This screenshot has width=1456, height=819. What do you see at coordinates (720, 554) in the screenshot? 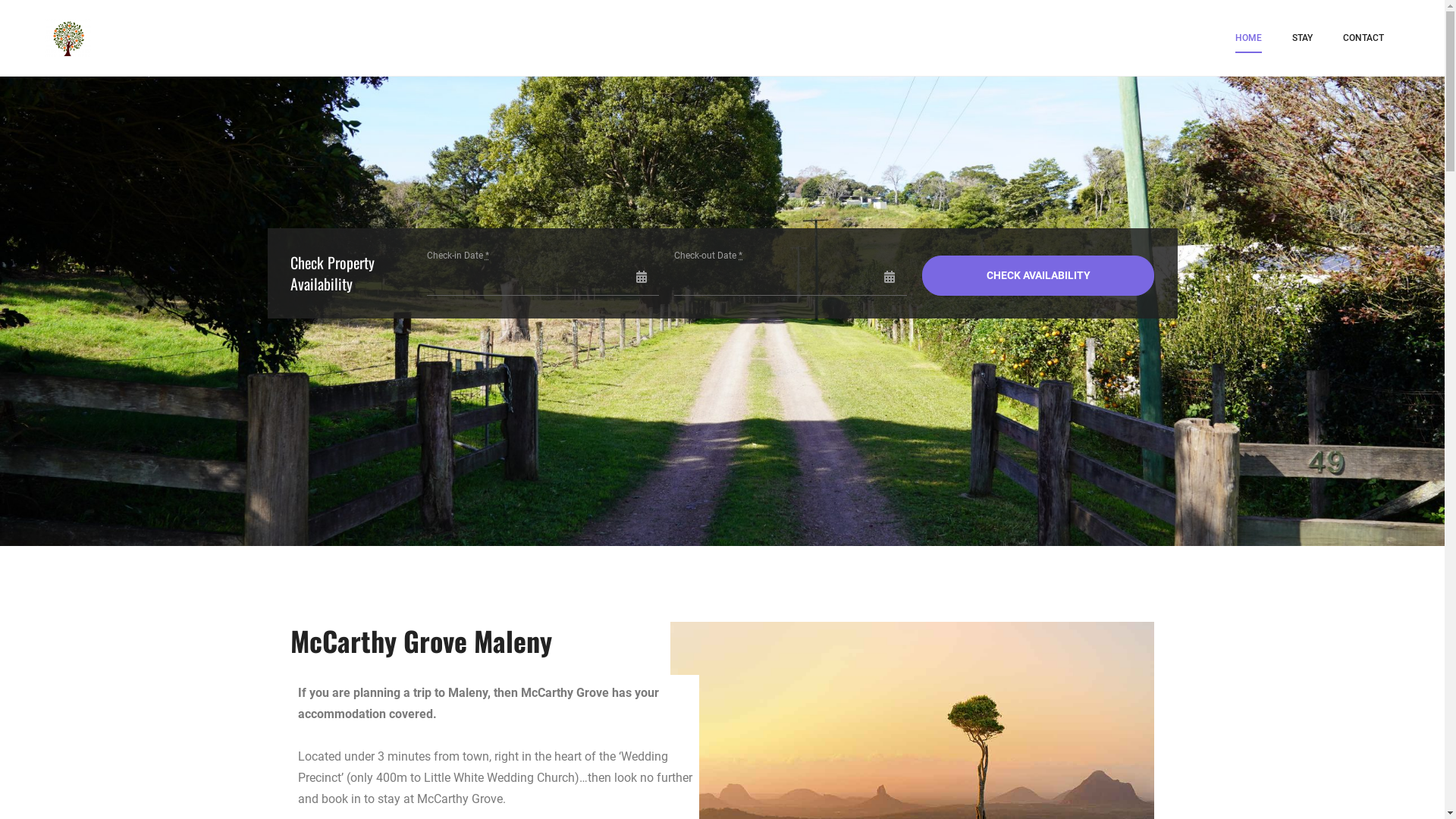
I see `'info@mccarthygrove.com.au'` at bounding box center [720, 554].